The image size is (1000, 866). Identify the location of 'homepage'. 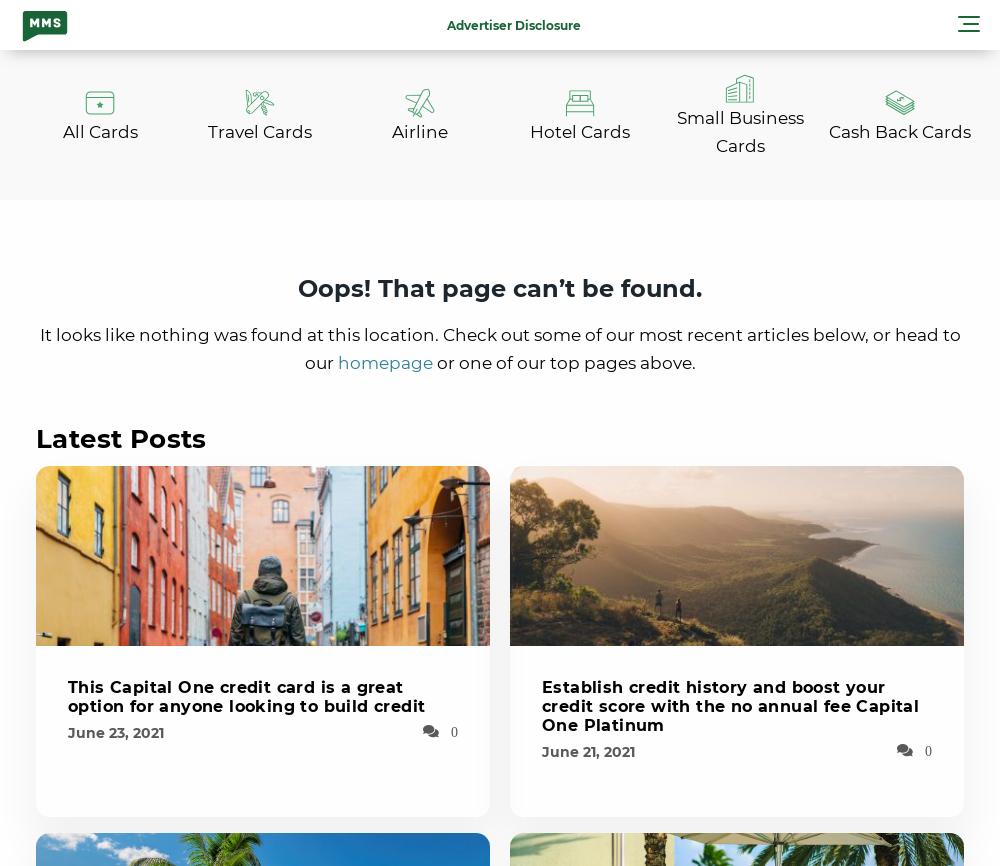
(384, 362).